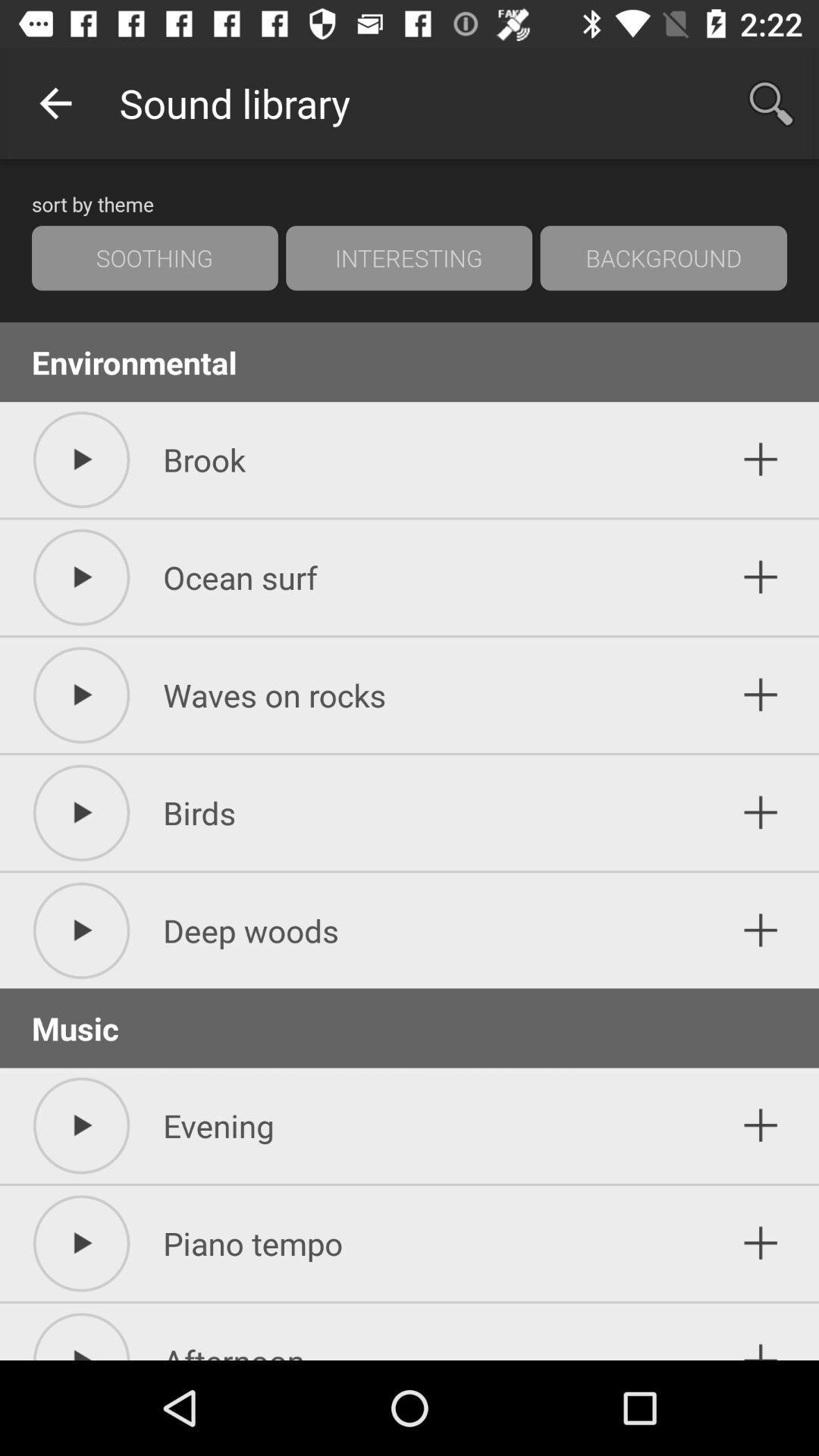 The image size is (819, 1456). I want to click on the item above the environmental item, so click(408, 258).